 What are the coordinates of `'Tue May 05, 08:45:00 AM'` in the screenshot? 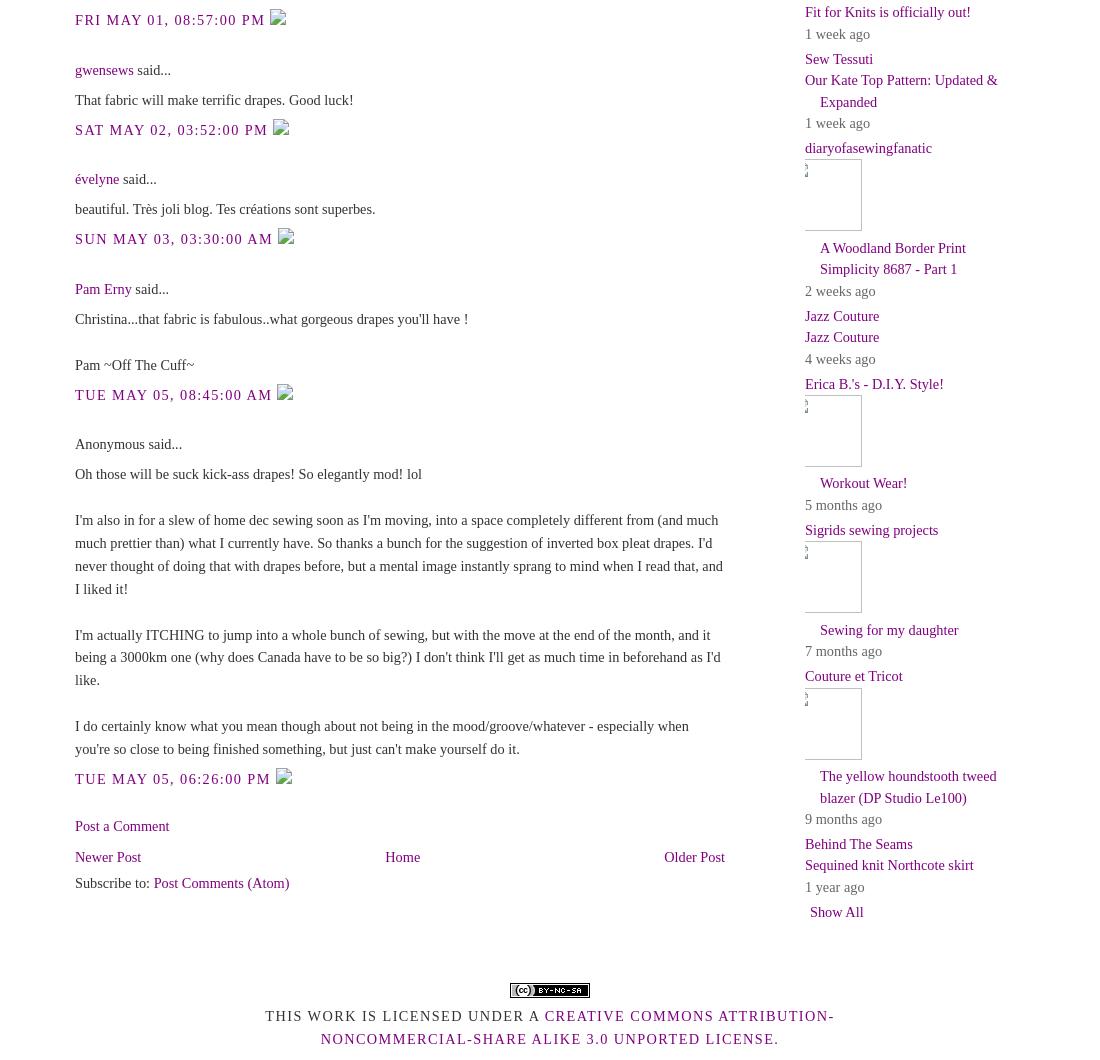 It's located at (175, 394).